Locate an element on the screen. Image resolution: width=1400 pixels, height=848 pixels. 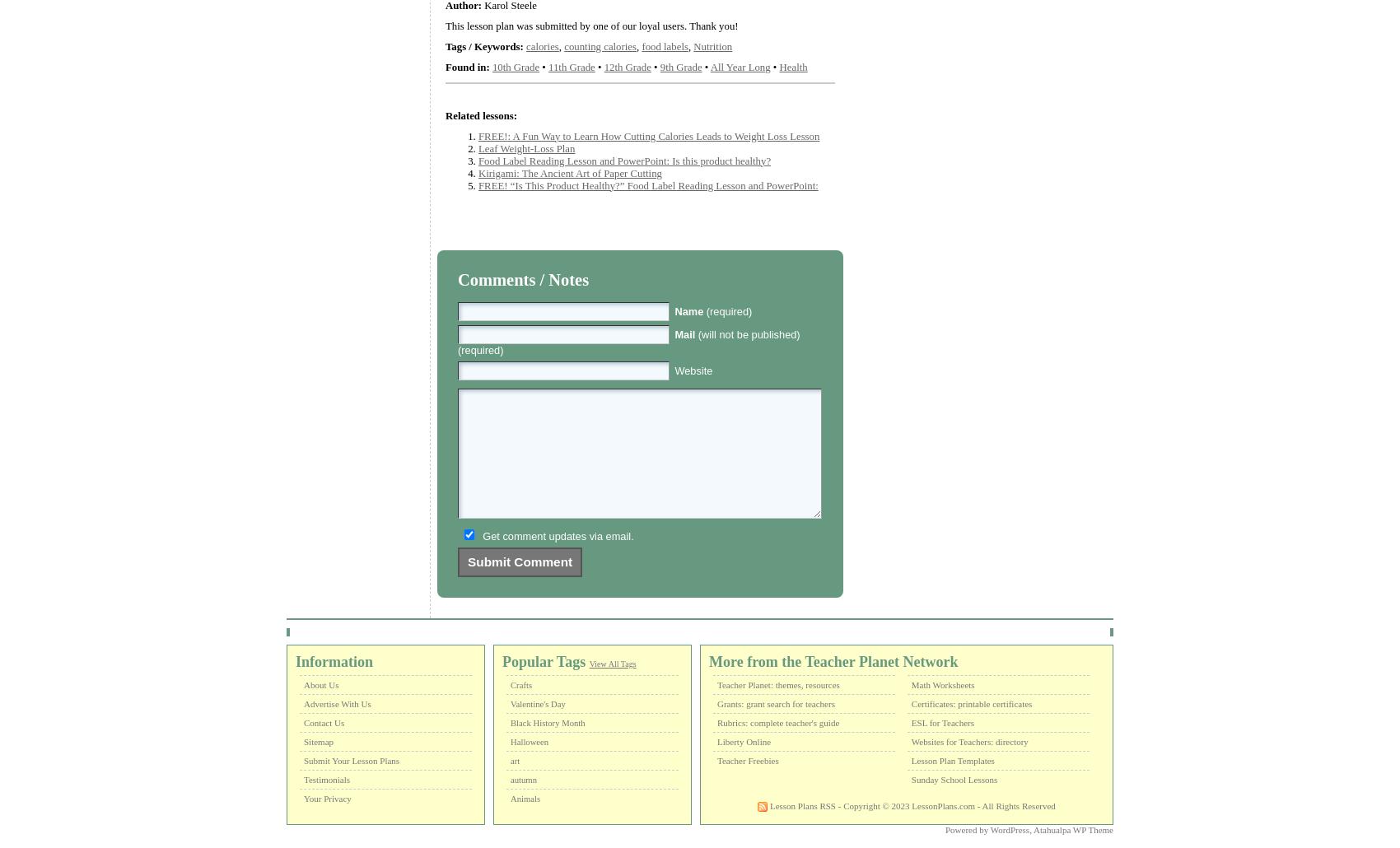
'Crafts' is located at coordinates (520, 683).